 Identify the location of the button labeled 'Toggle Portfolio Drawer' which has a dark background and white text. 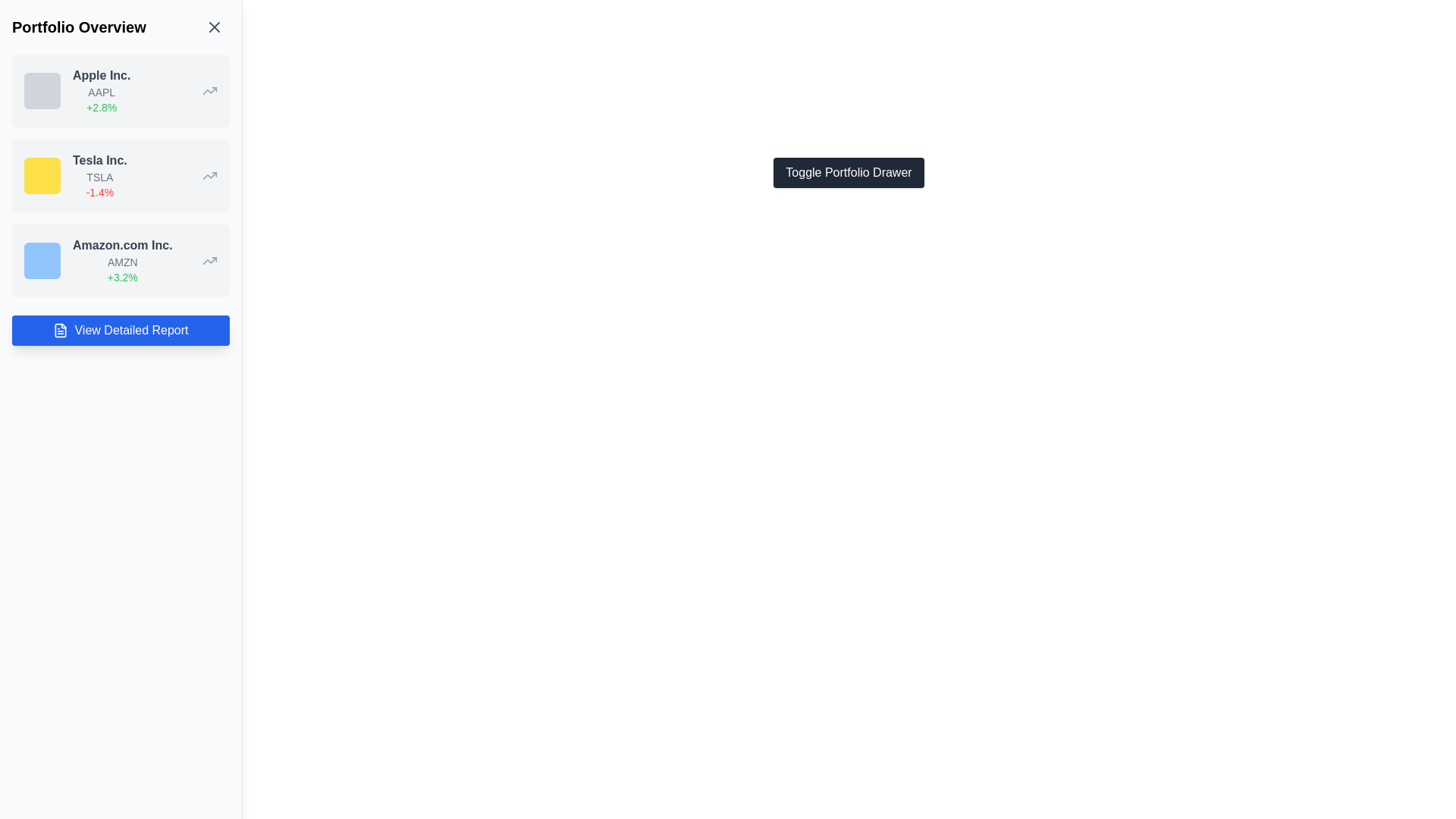
(848, 171).